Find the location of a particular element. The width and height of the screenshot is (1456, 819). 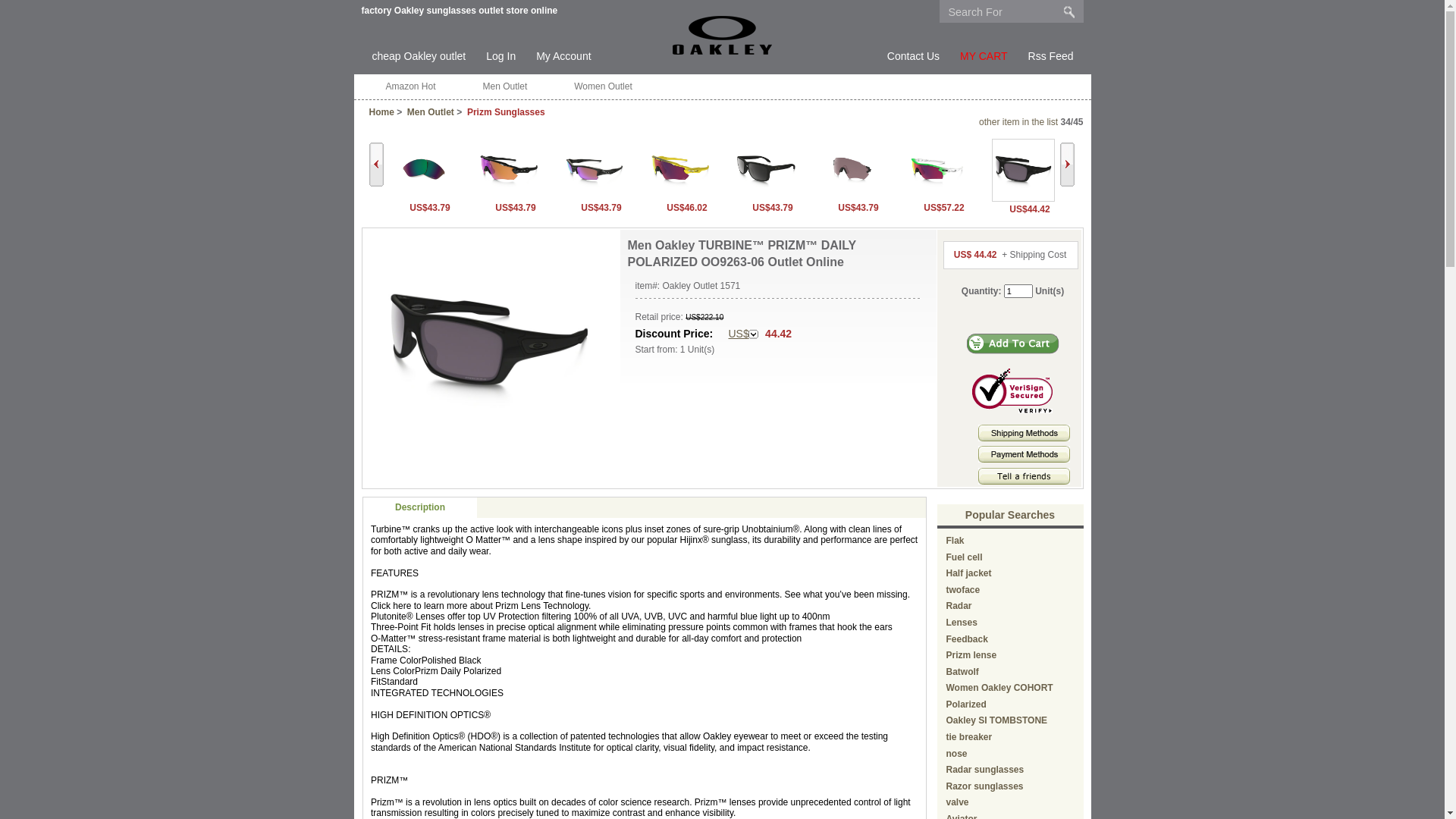

' Tell A Friends ' is located at coordinates (1024, 475).